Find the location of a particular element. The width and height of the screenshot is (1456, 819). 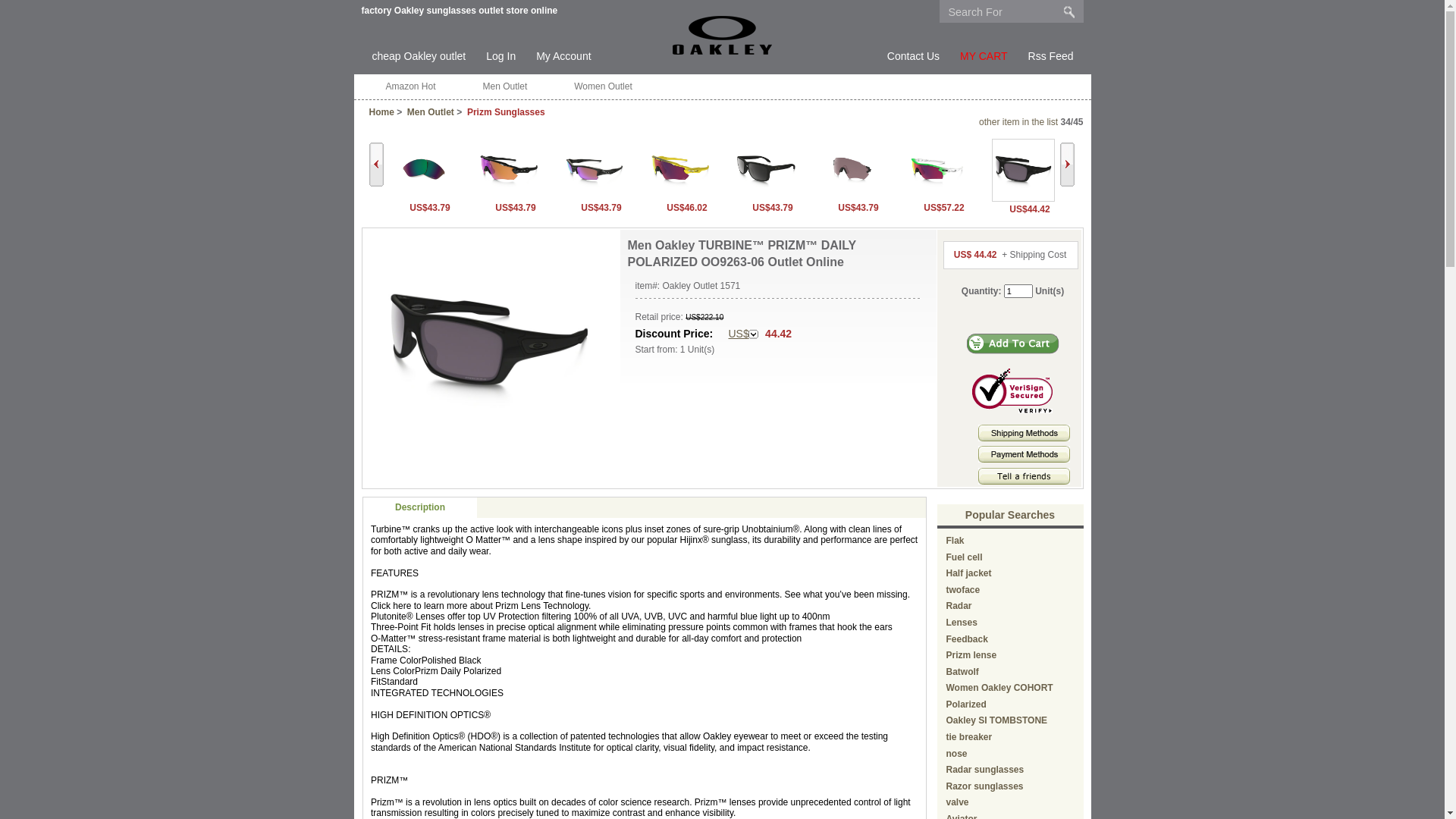

' Tell A Friends ' is located at coordinates (1024, 475).